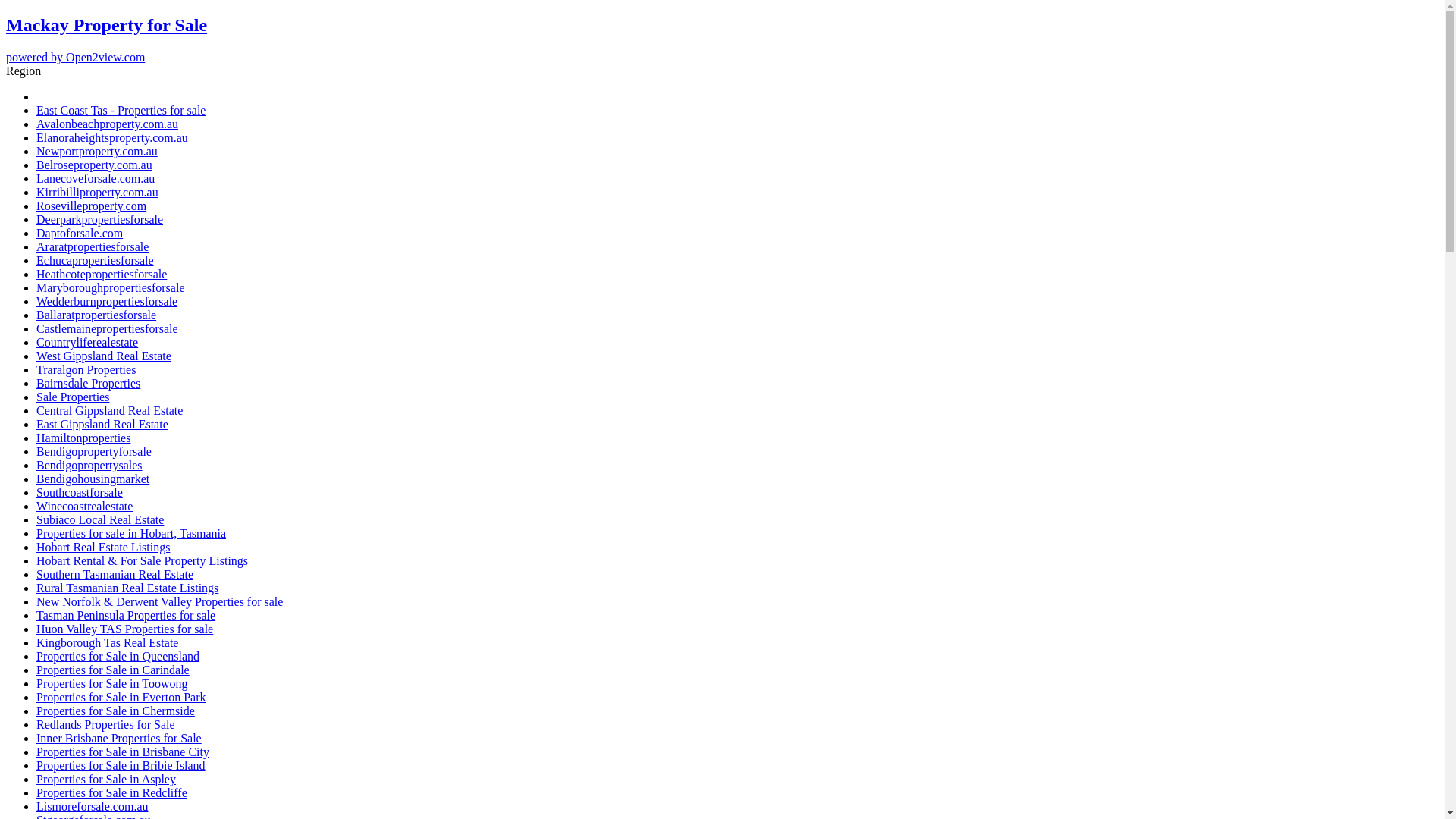 The image size is (1456, 819). Describe the element at coordinates (91, 246) in the screenshot. I see `'Araratpropertiesforsale'` at that location.